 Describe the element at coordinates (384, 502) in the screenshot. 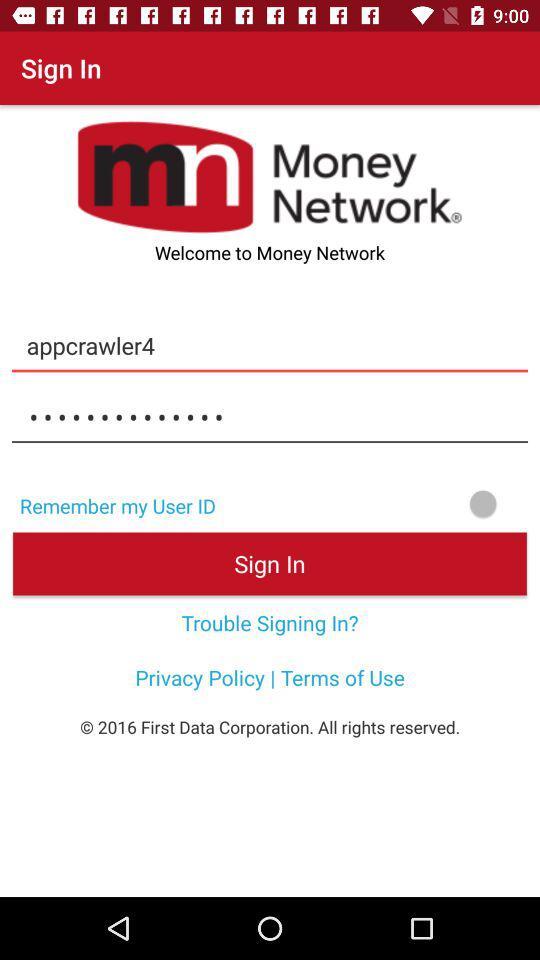

I see `the item above sign in` at that location.